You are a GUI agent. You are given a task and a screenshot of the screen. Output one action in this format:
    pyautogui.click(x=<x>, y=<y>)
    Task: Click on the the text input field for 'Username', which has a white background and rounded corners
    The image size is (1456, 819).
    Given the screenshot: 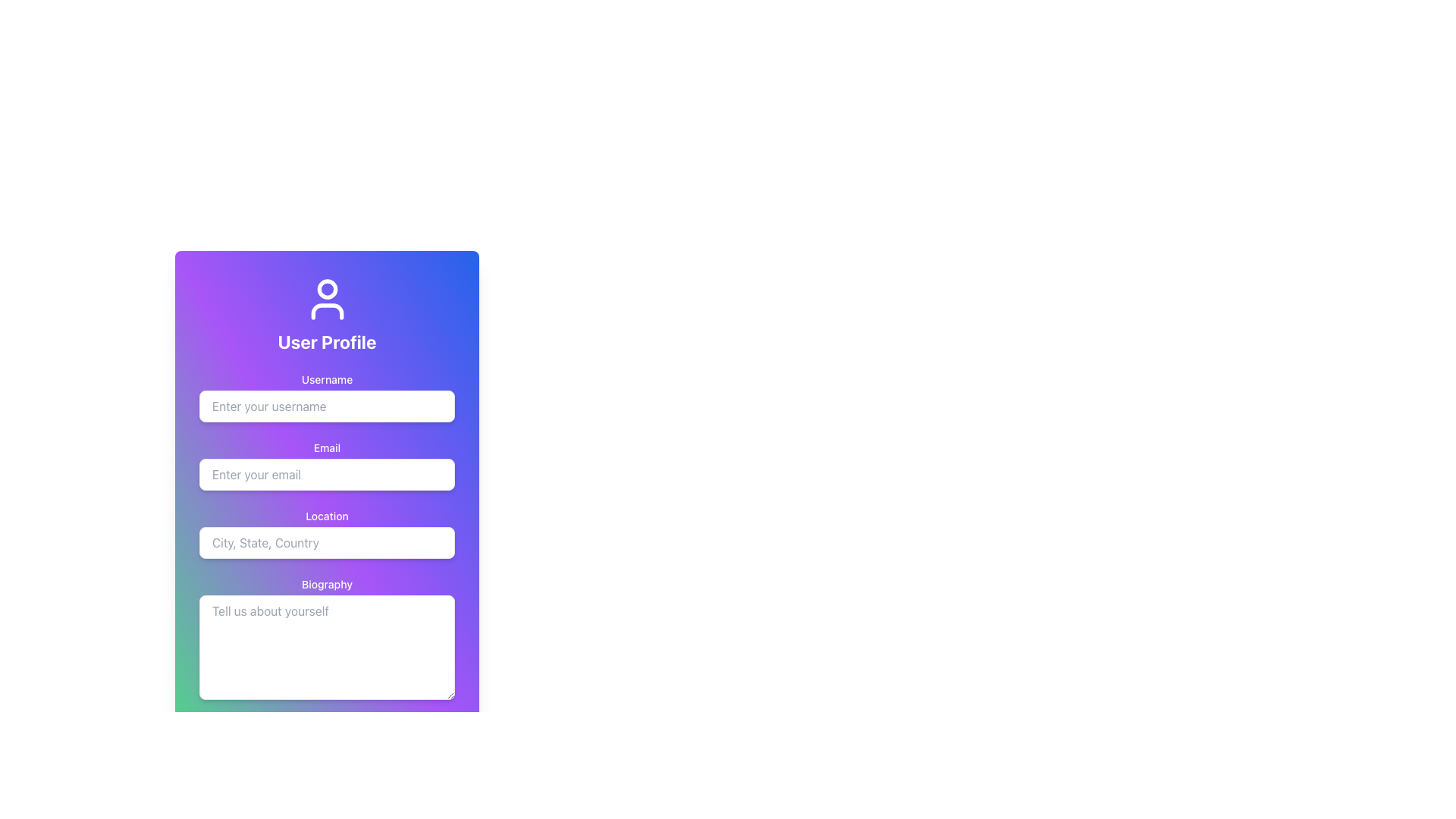 What is the action you would take?
    pyautogui.click(x=326, y=397)
    